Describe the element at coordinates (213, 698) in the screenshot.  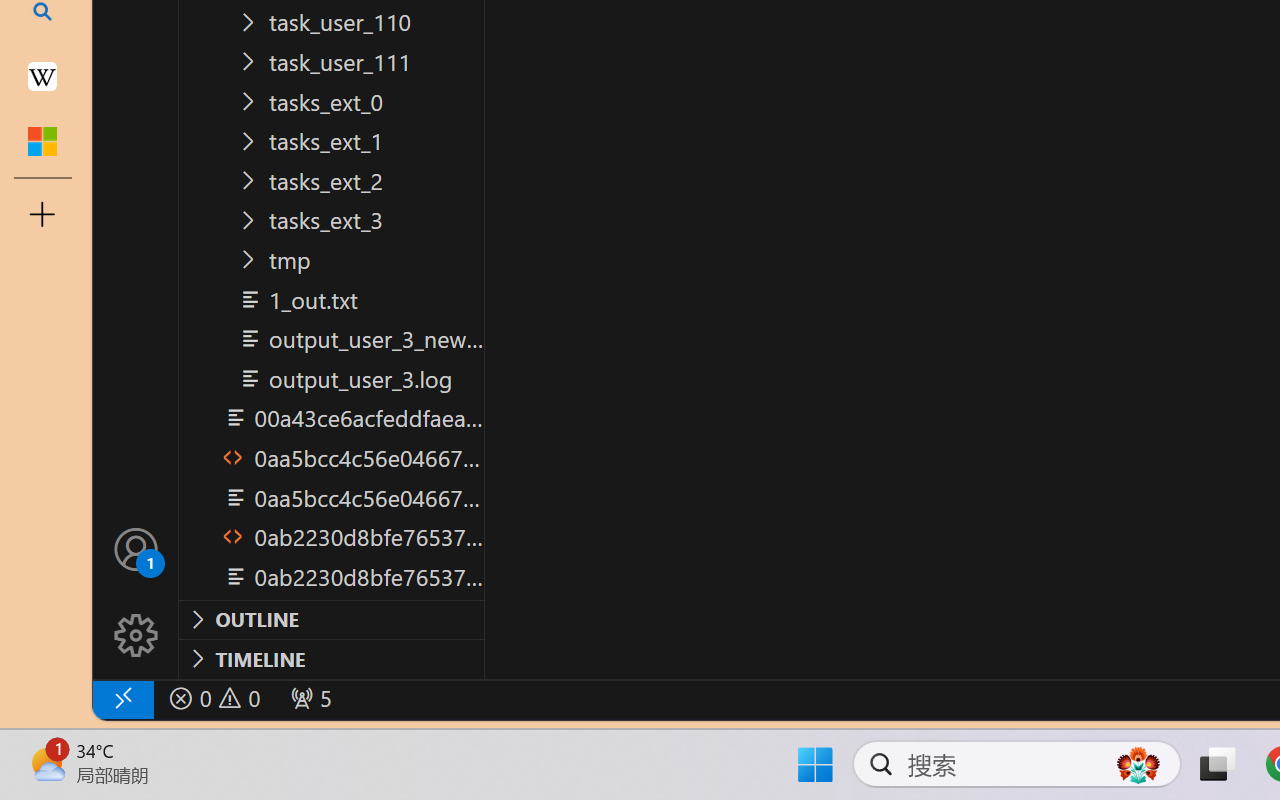
I see `'No Problems'` at that location.